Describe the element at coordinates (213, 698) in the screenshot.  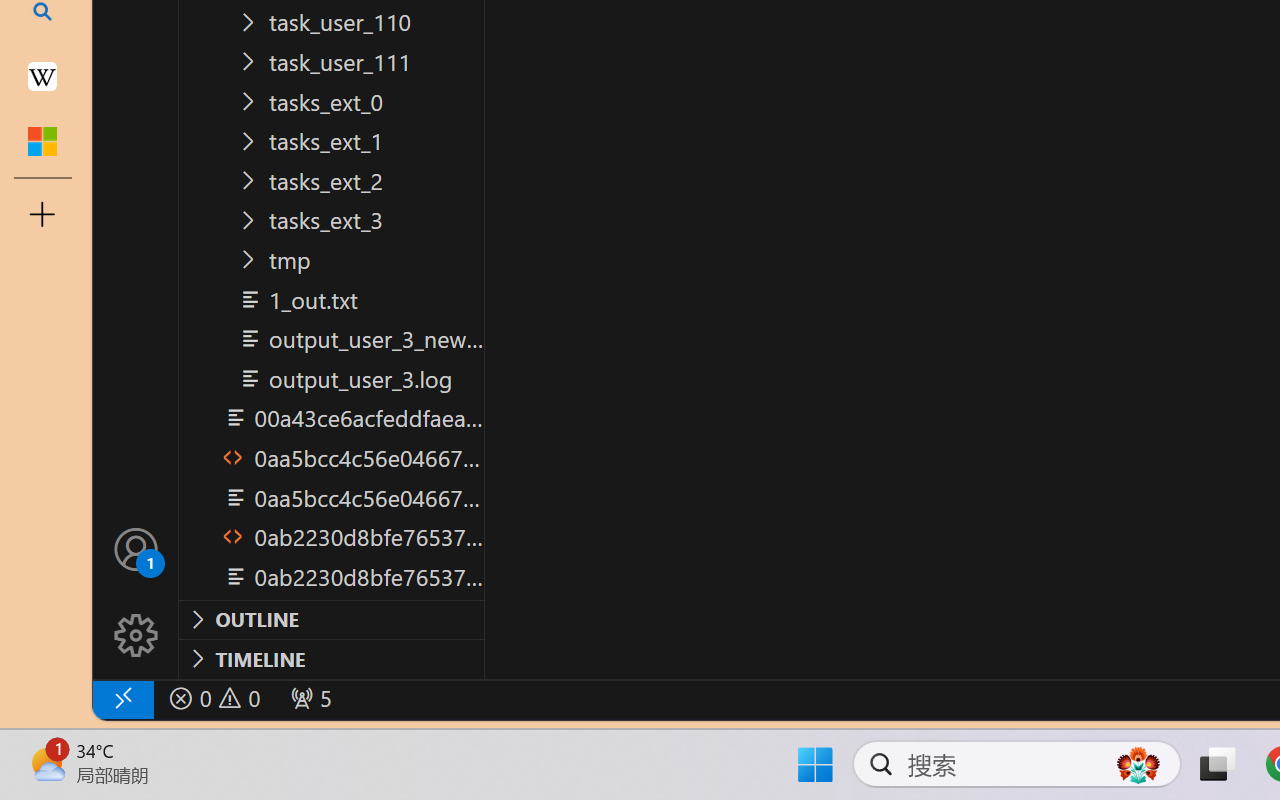
I see `'No Problems'` at that location.